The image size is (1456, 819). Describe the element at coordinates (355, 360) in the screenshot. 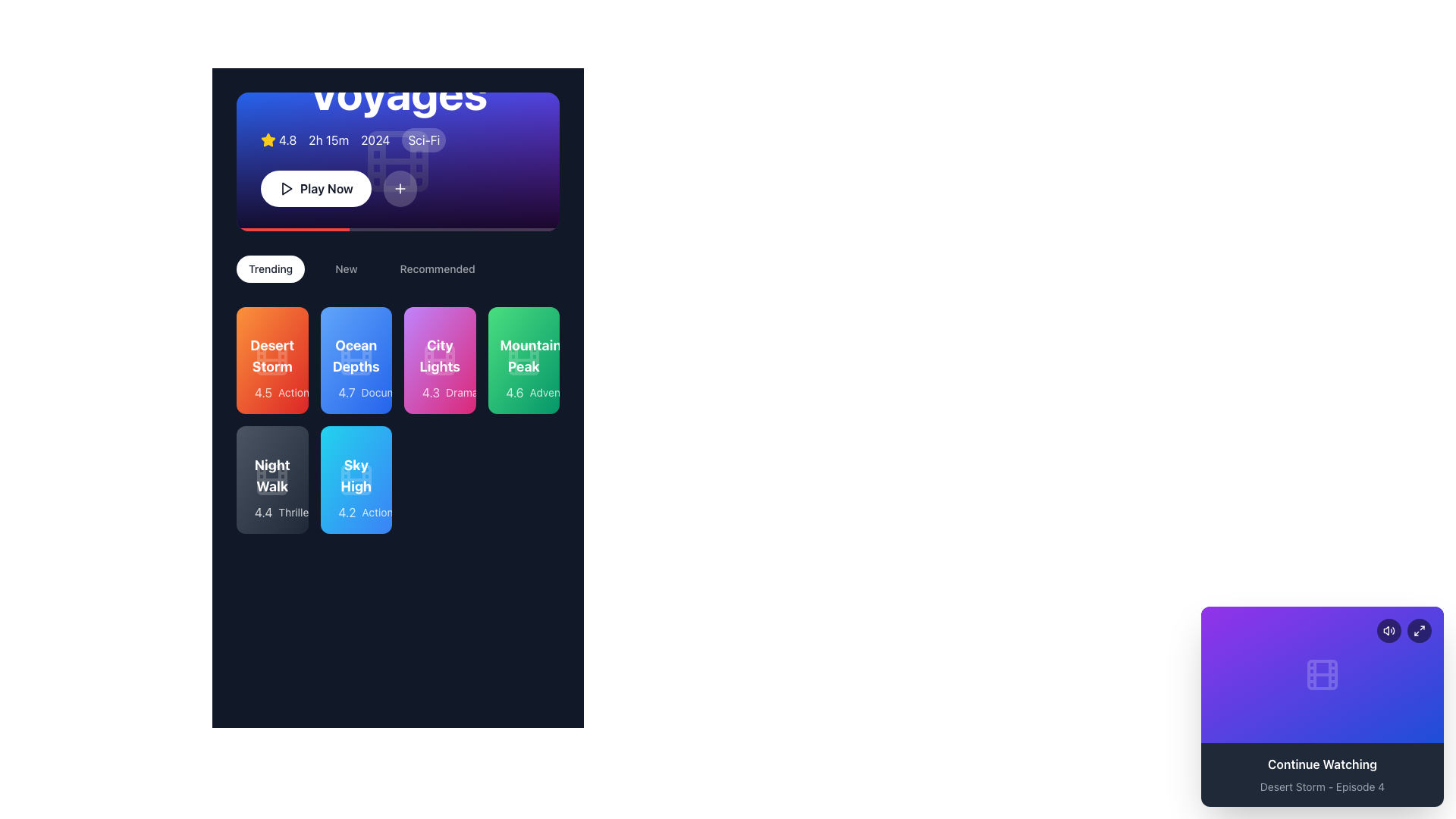

I see `the second movie card` at that location.